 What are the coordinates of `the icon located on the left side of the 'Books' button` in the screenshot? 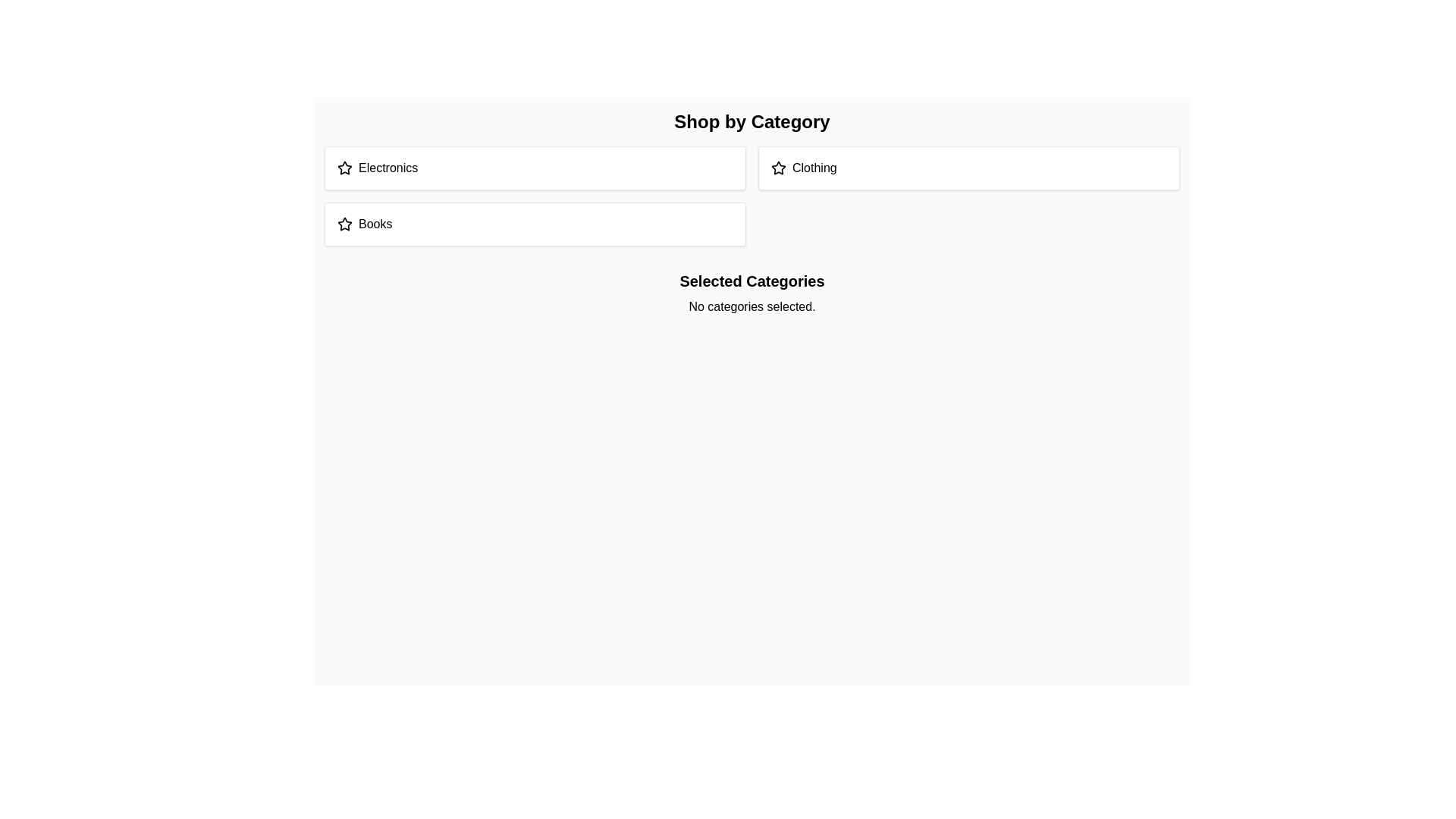 It's located at (344, 224).